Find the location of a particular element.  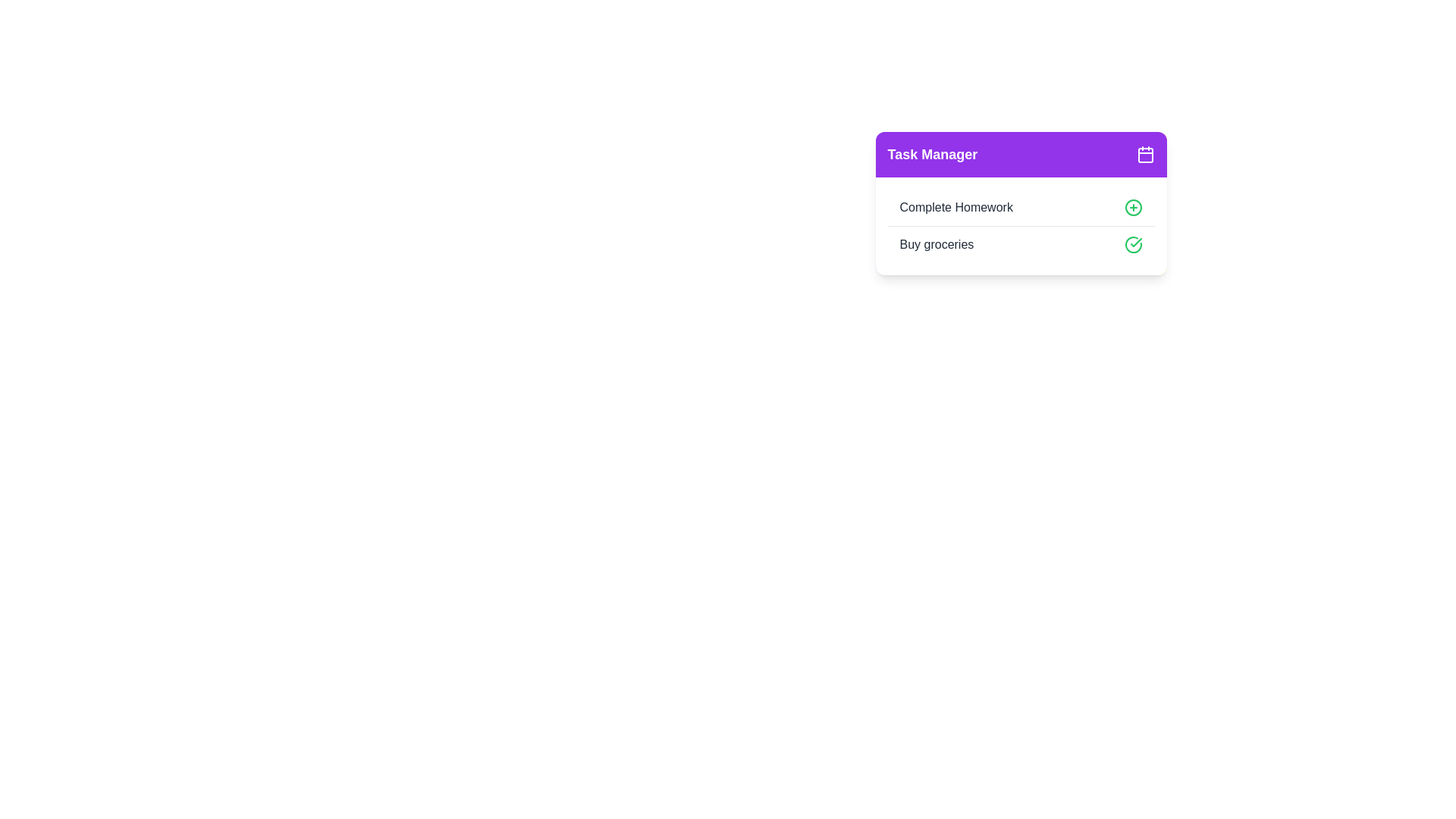

the green circular icon button with a plus sign located to the right of the 'Complete Homework' text in the task list is located at coordinates (1133, 207).